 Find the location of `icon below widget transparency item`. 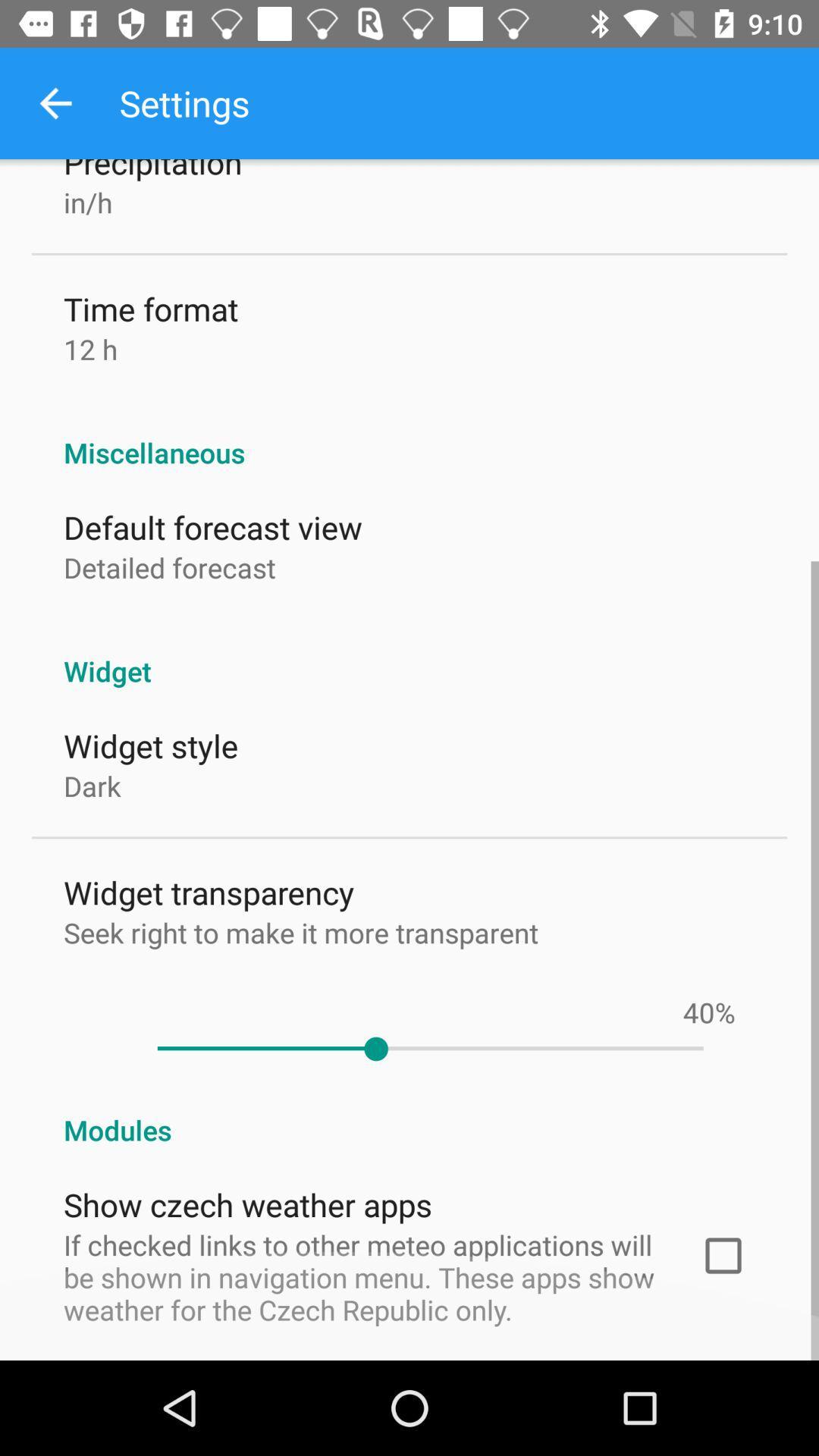

icon below widget transparency item is located at coordinates (301, 931).